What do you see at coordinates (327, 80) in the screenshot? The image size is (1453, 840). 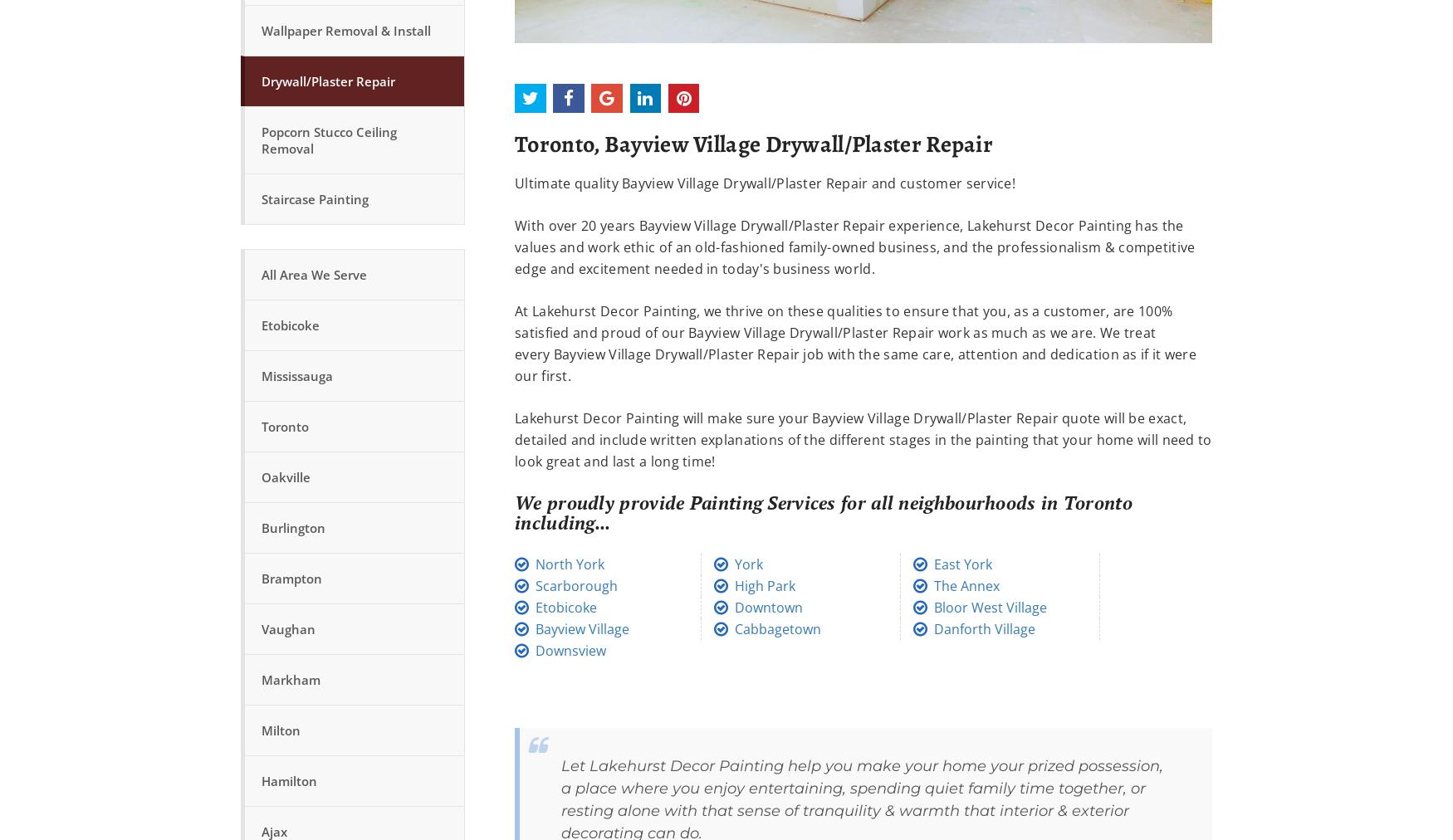 I see `'Drywall/Plaster Repair'` at bounding box center [327, 80].